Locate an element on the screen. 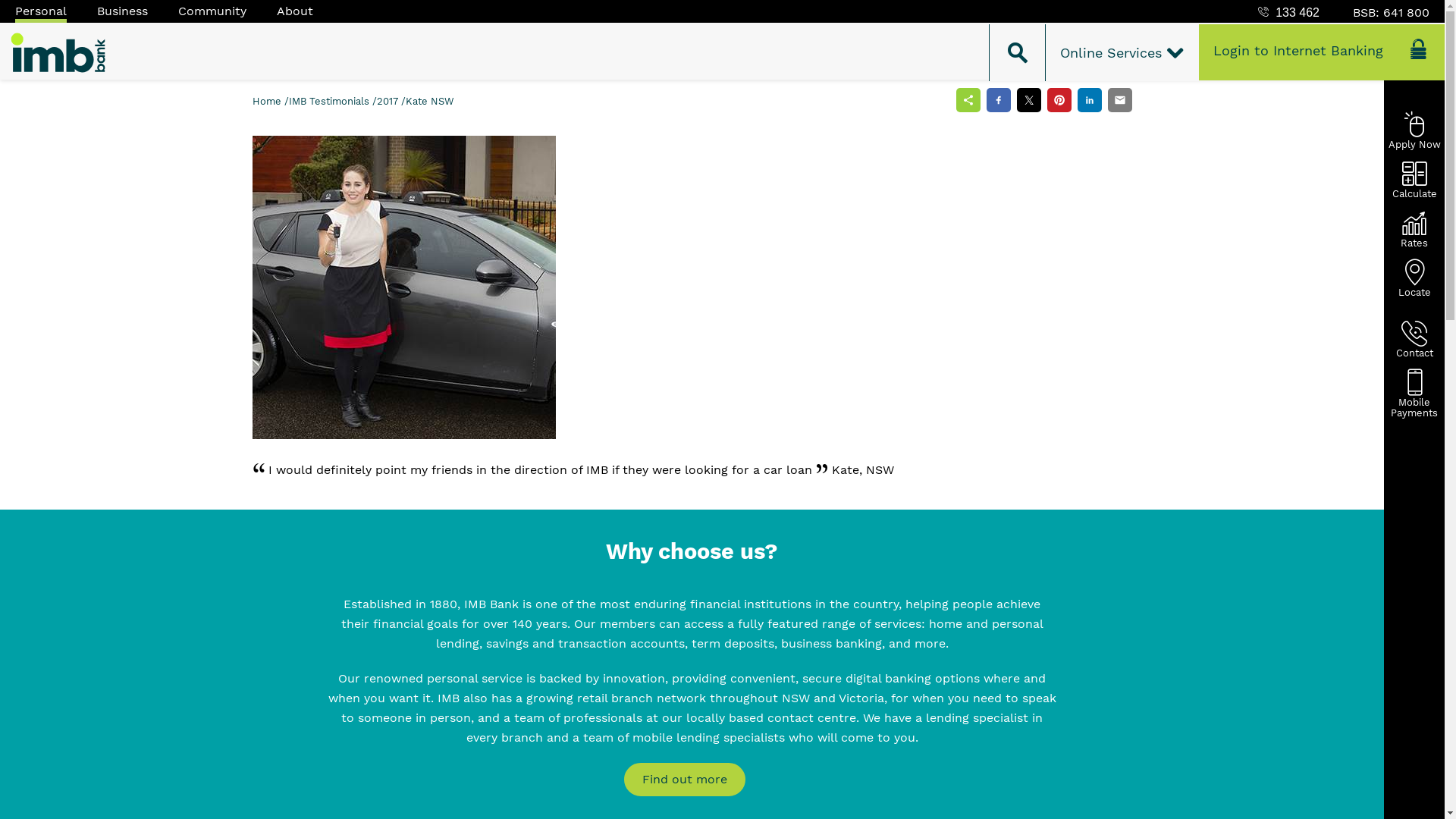  'About' is located at coordinates (294, 11).